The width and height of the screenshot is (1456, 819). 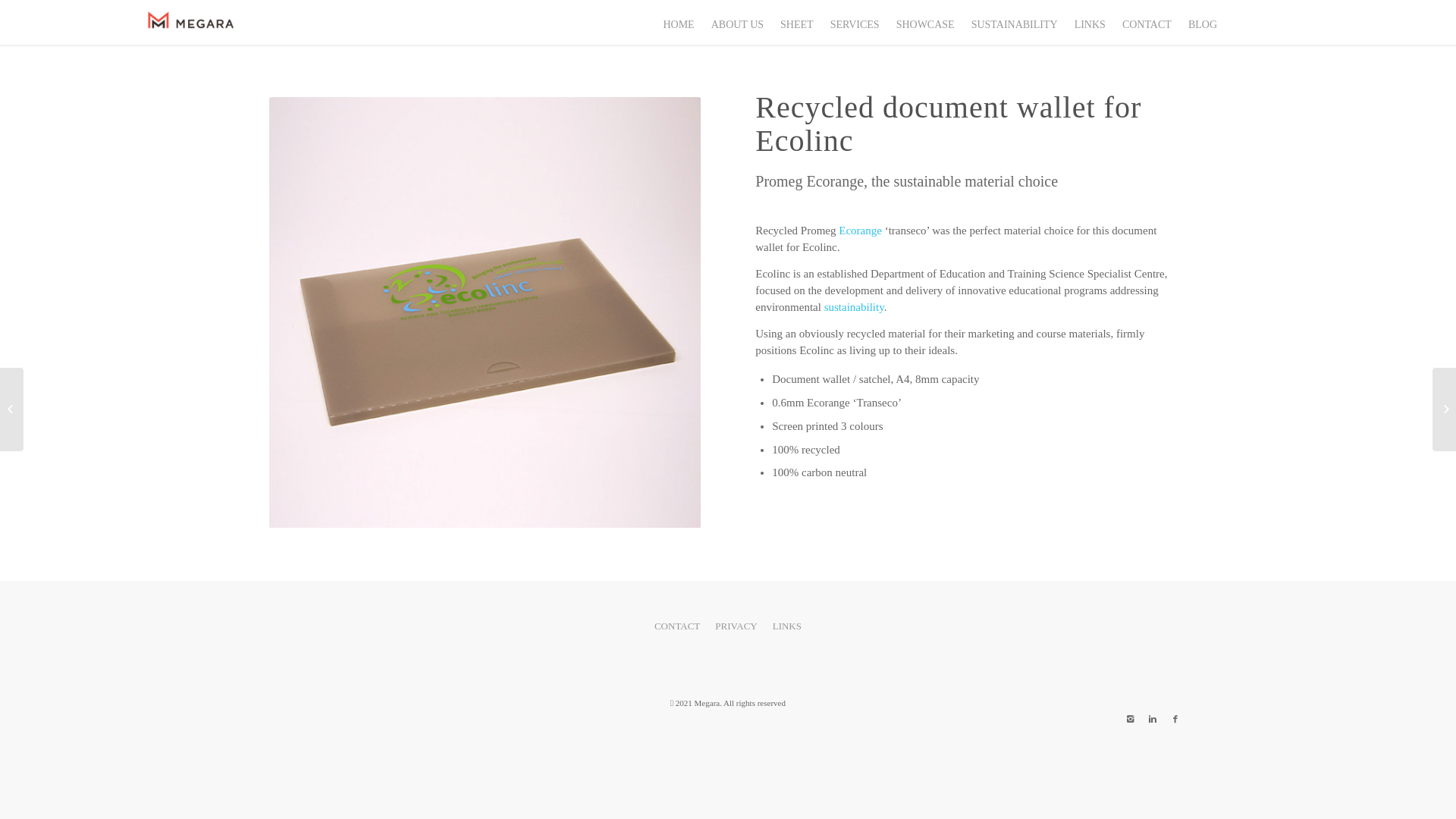 I want to click on 'LINKS', so click(x=1088, y=22).